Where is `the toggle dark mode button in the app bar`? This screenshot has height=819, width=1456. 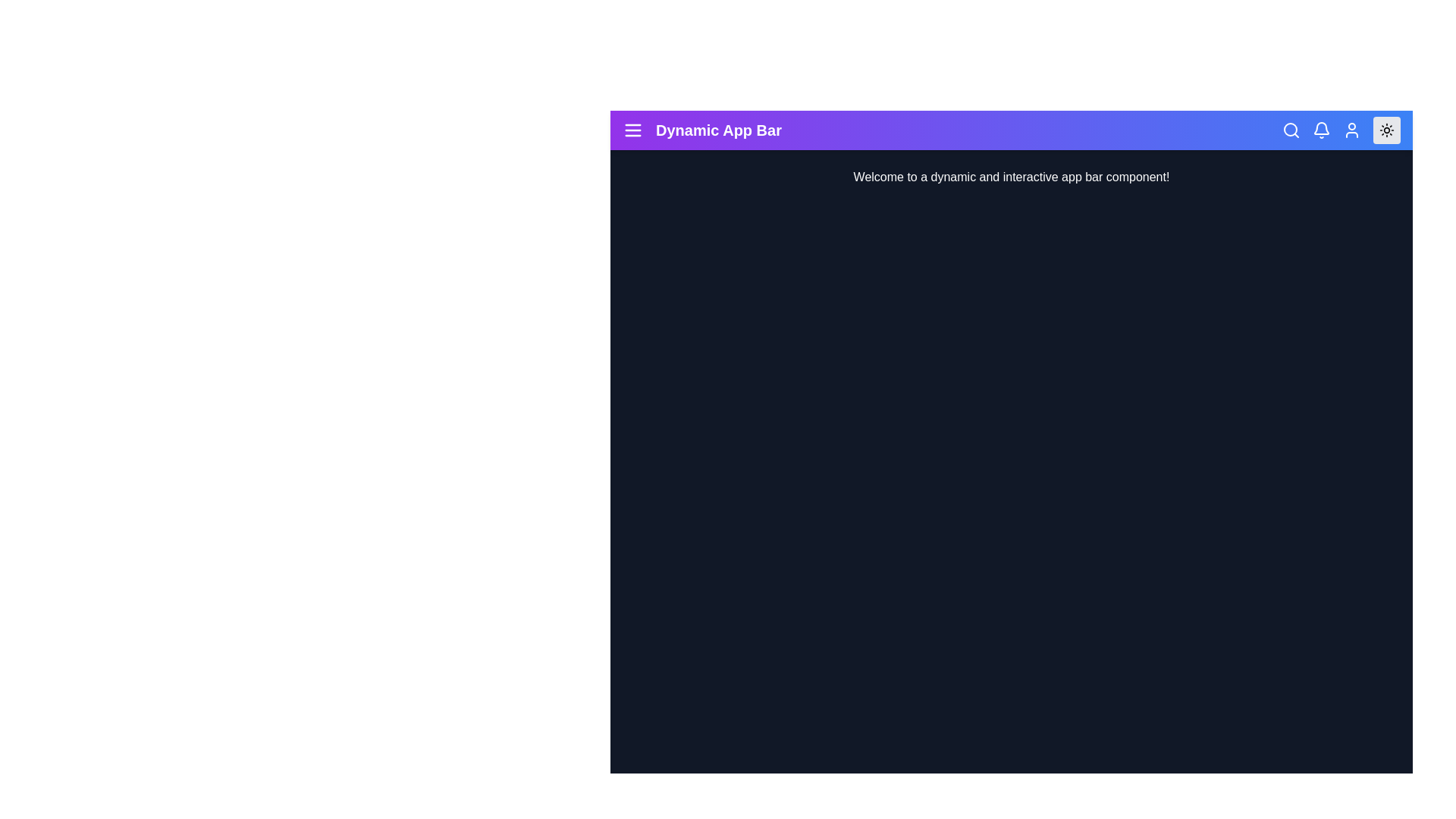 the toggle dark mode button in the app bar is located at coordinates (1386, 130).